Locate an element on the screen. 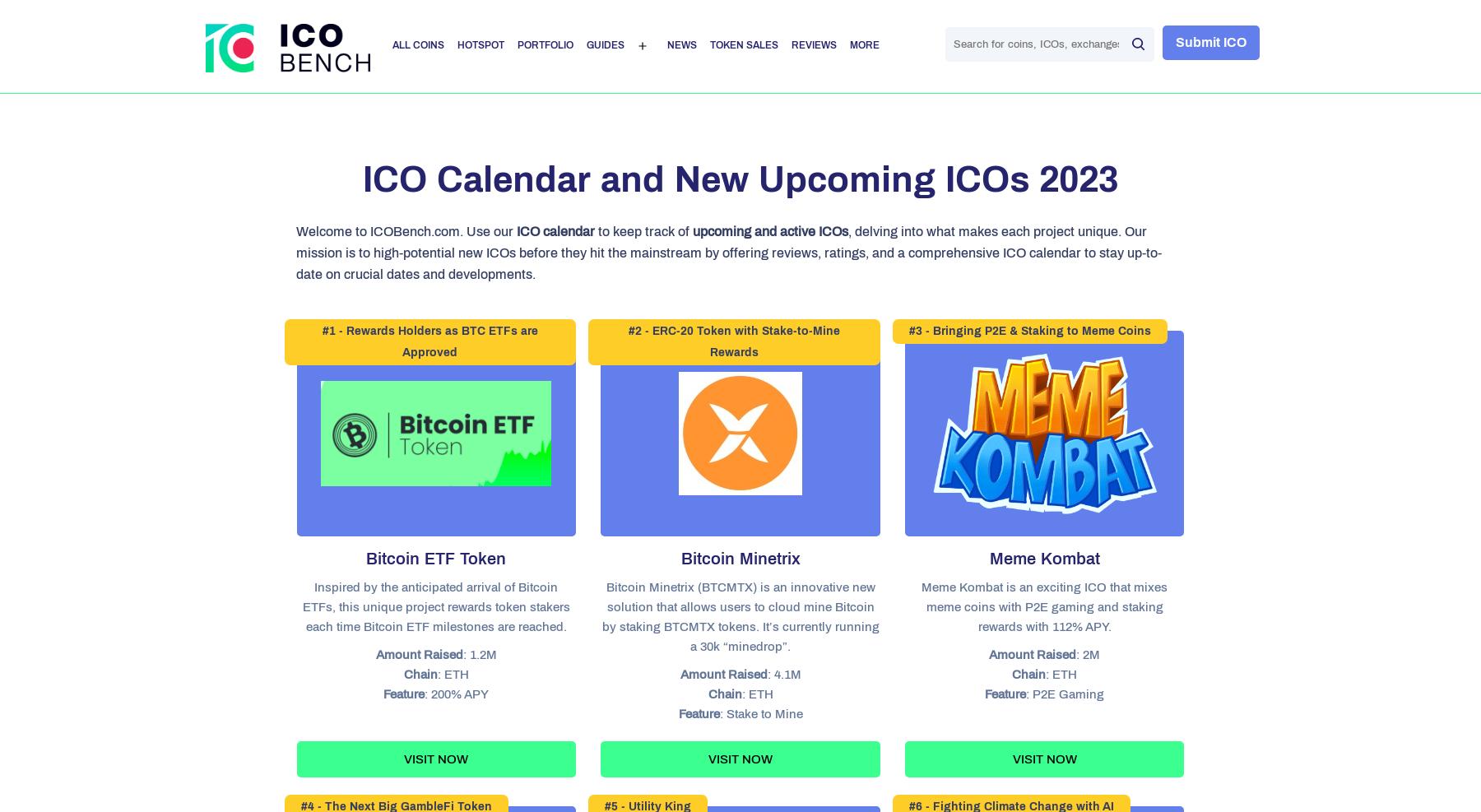  'all coins' is located at coordinates (416, 44).